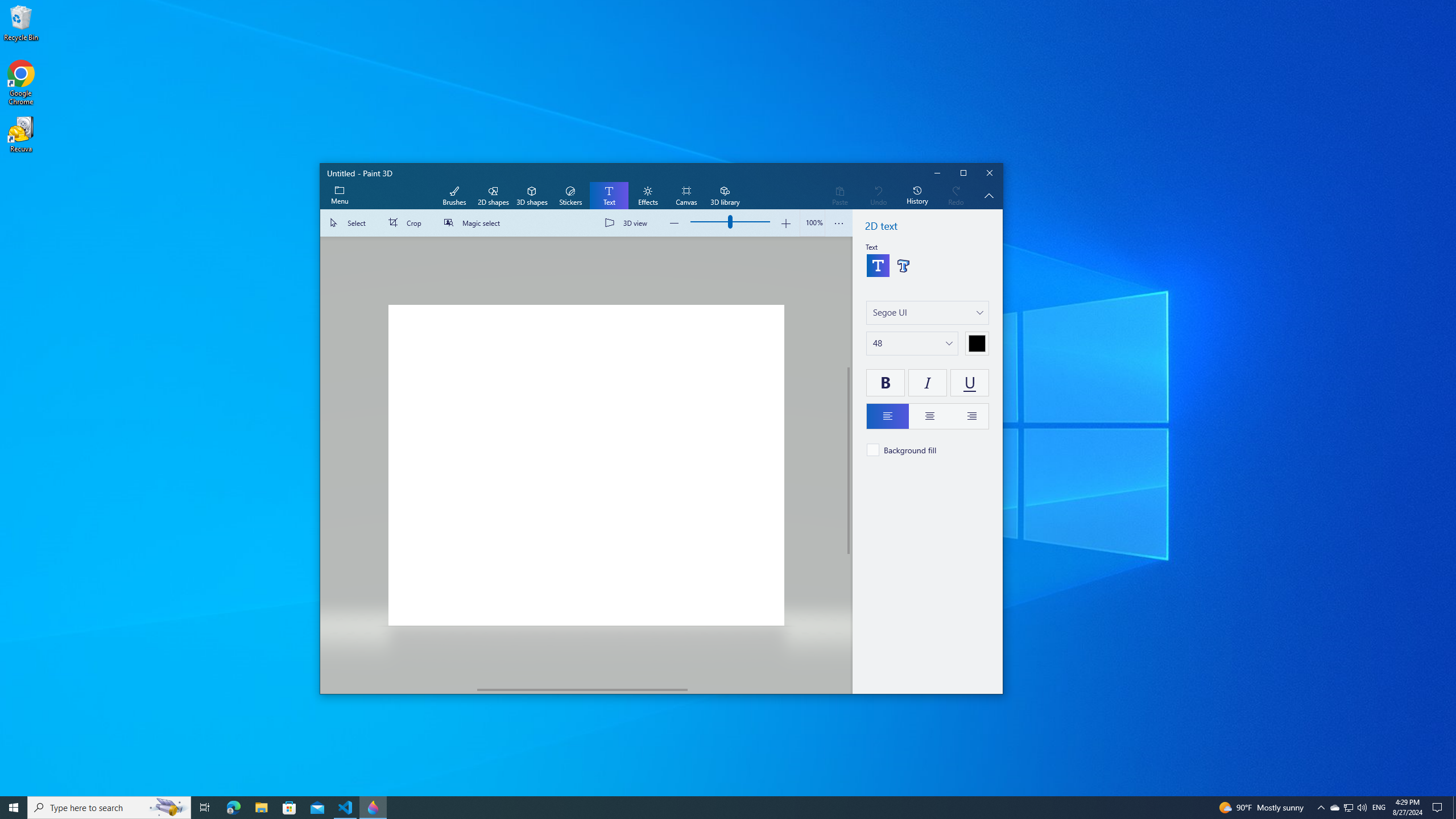  Describe the element at coordinates (911, 344) in the screenshot. I see `'Change text size'` at that location.